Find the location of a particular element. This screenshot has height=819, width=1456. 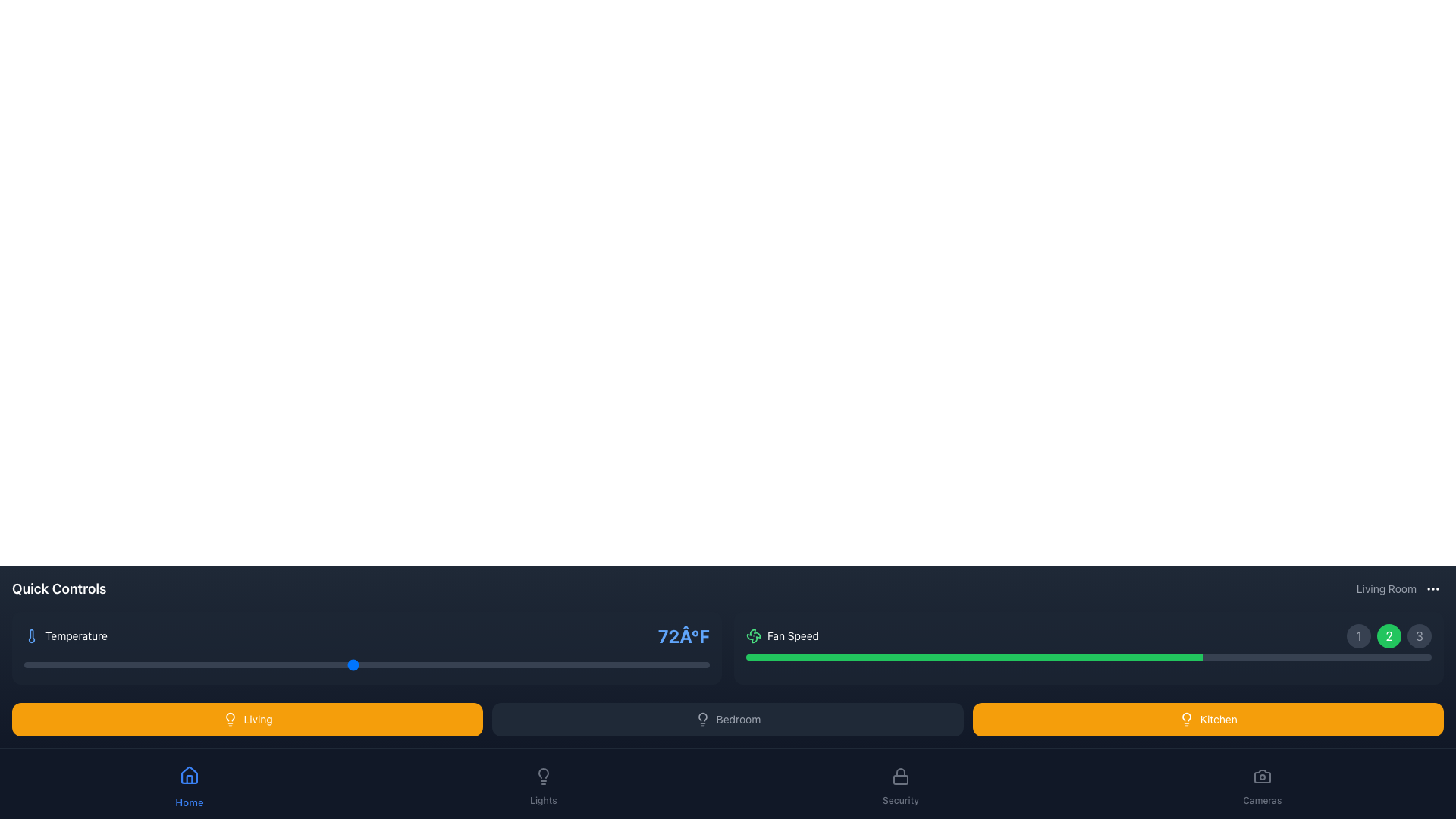

the second button in the 'Fan Speed' section is located at coordinates (1389, 636).